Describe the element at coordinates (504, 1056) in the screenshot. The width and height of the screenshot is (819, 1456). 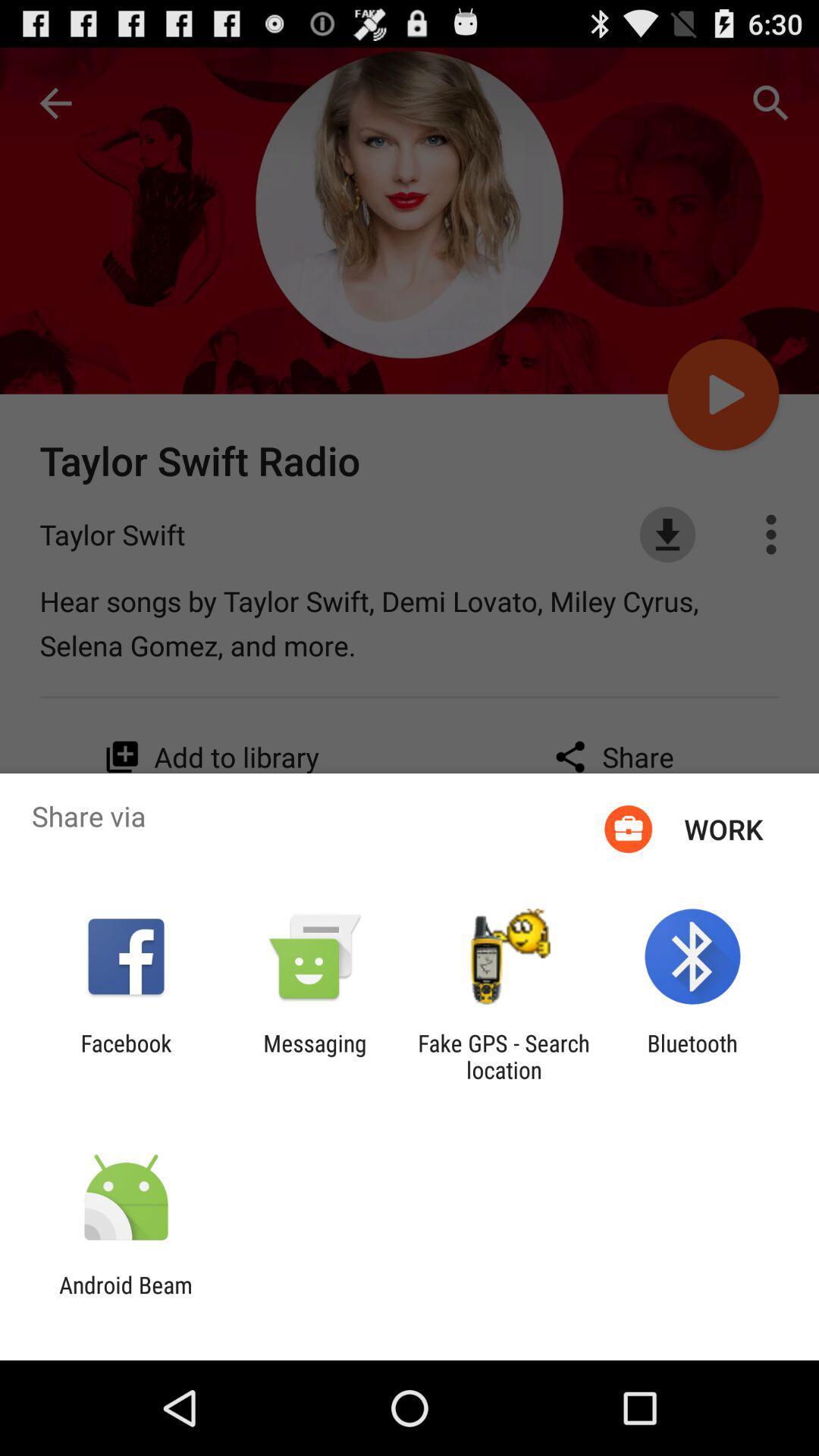
I see `the item to the right of the messaging app` at that location.